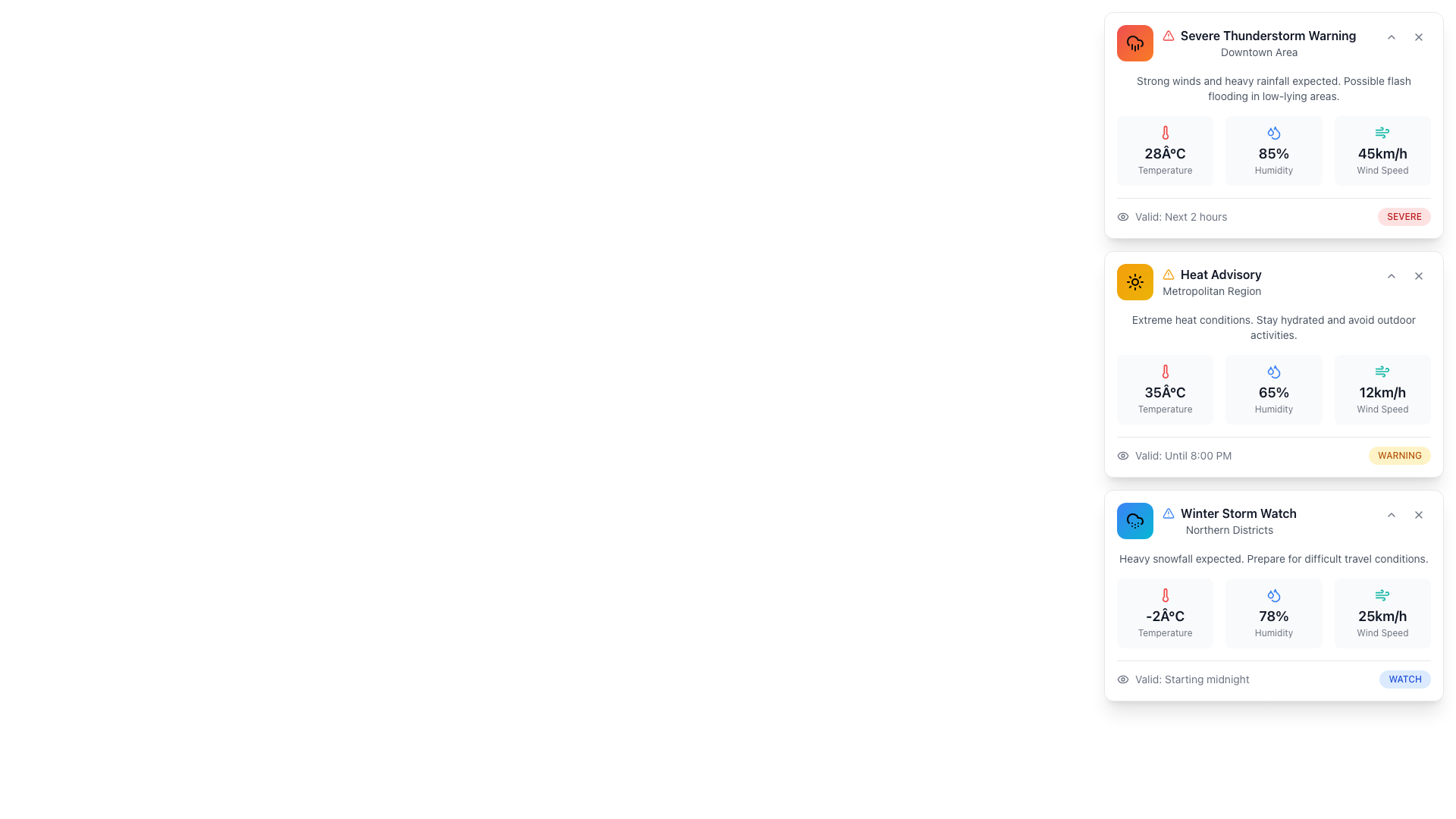  Describe the element at coordinates (1274, 88) in the screenshot. I see `the static text block that alerts users about specific weather conditions, which reads: 'Strong winds and heavy rainfall expected. Possible flash flooding in low-lying areas.' This text is styled in gray and is positioned beneath the headline 'Severe Thunderstorm Warning'` at that location.